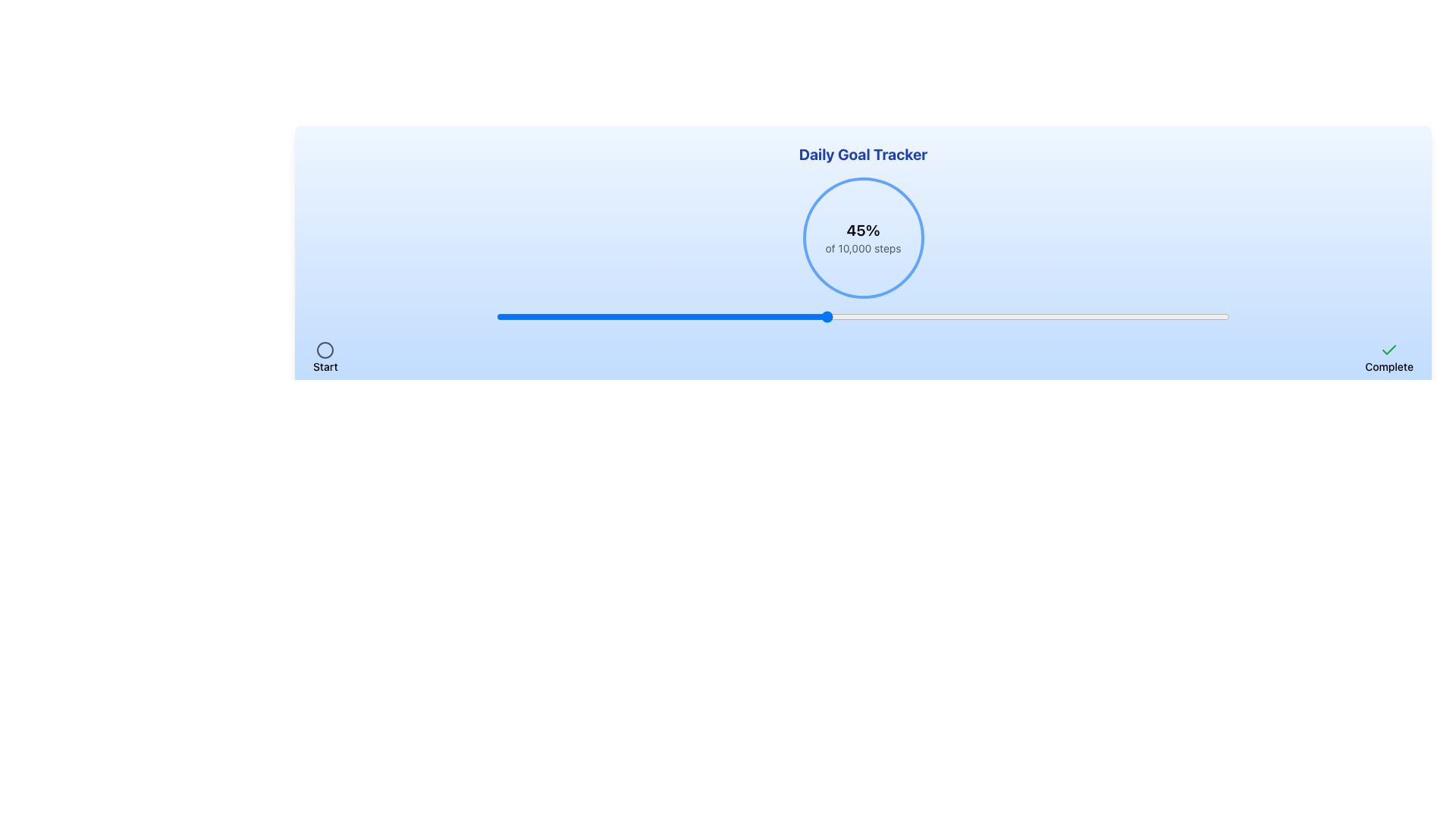 Image resolution: width=1456 pixels, height=819 pixels. I want to click on the slider value, so click(1163, 315).